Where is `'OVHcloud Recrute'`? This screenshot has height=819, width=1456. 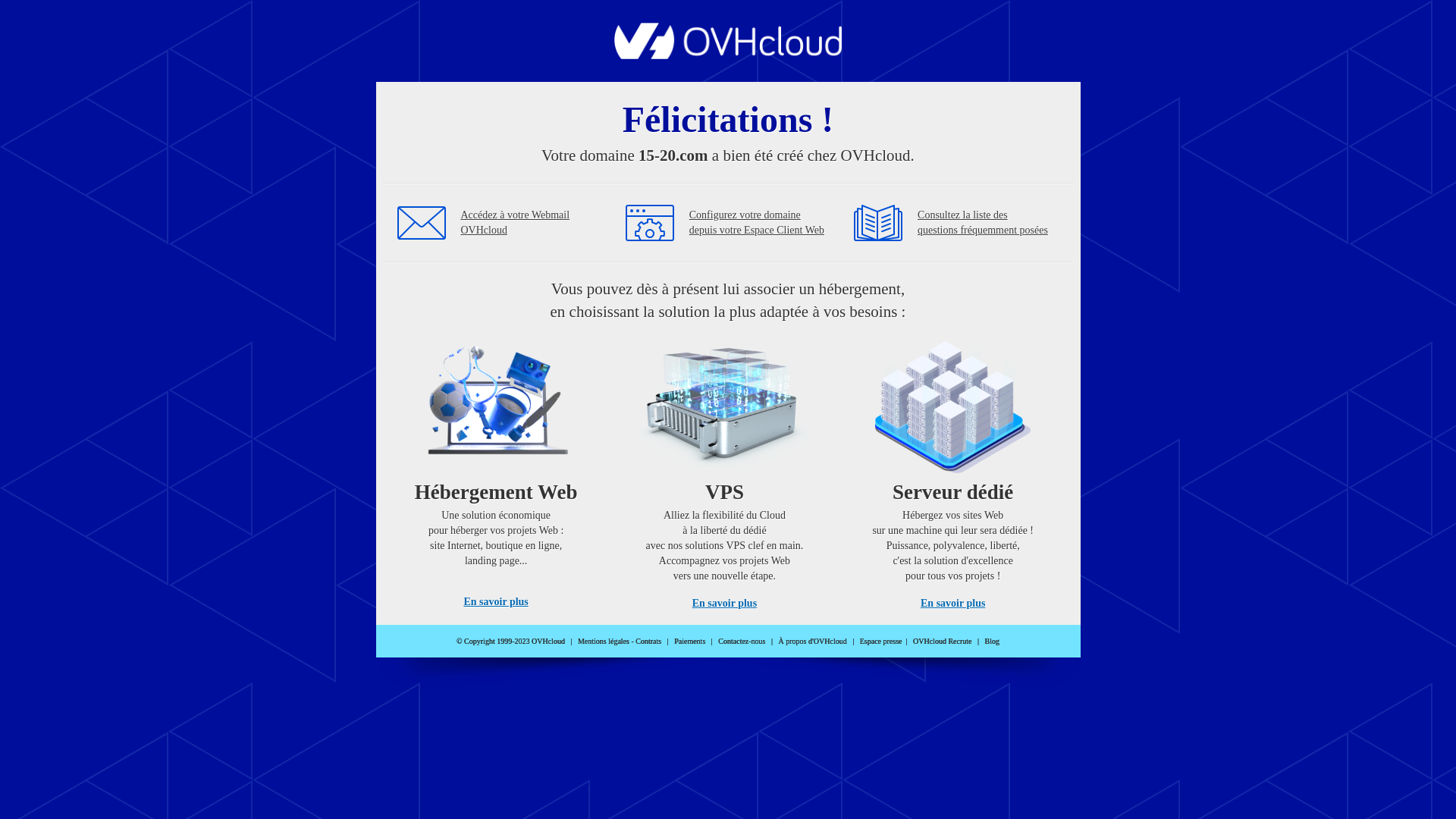 'OVHcloud Recrute' is located at coordinates (941, 641).